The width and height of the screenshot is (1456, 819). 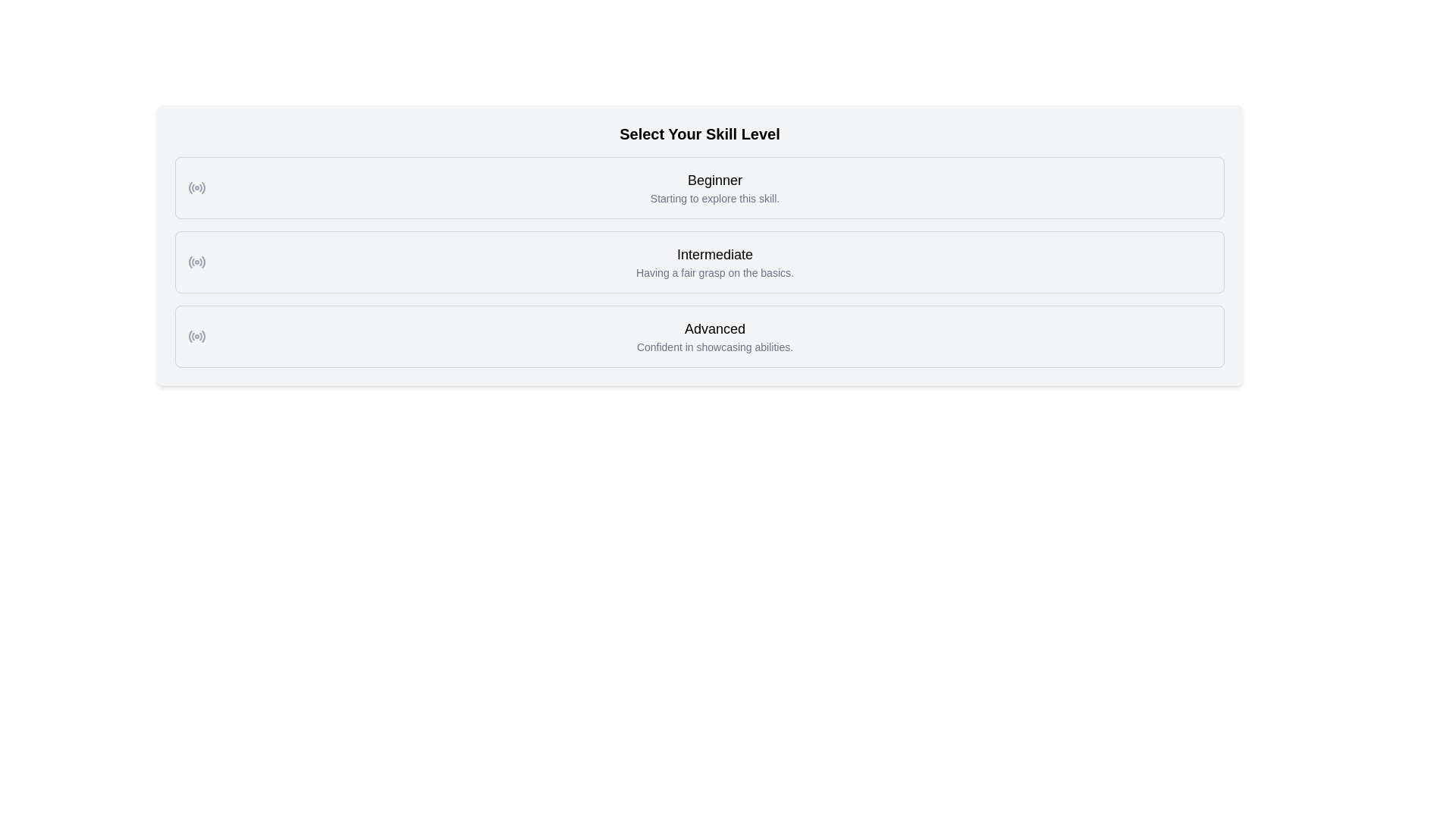 What do you see at coordinates (714, 253) in the screenshot?
I see `text label that says 'Intermediate' located in the skill selection menu, which is positioned above the descriptive text 'Having a fair grasp on the basics.'` at bounding box center [714, 253].